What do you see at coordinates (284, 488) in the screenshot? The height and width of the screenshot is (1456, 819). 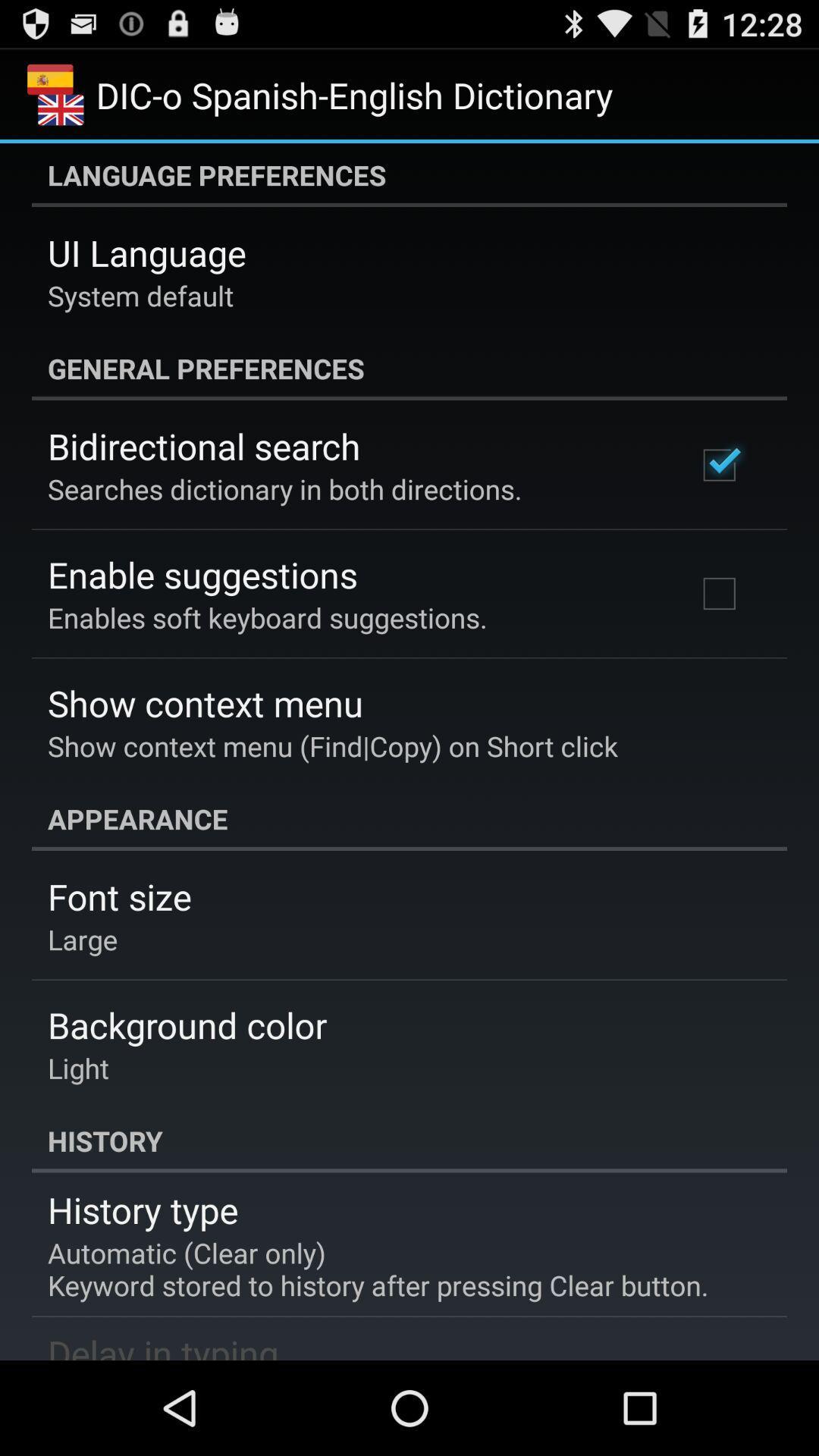 I see `icon below bidirectional search` at bounding box center [284, 488].